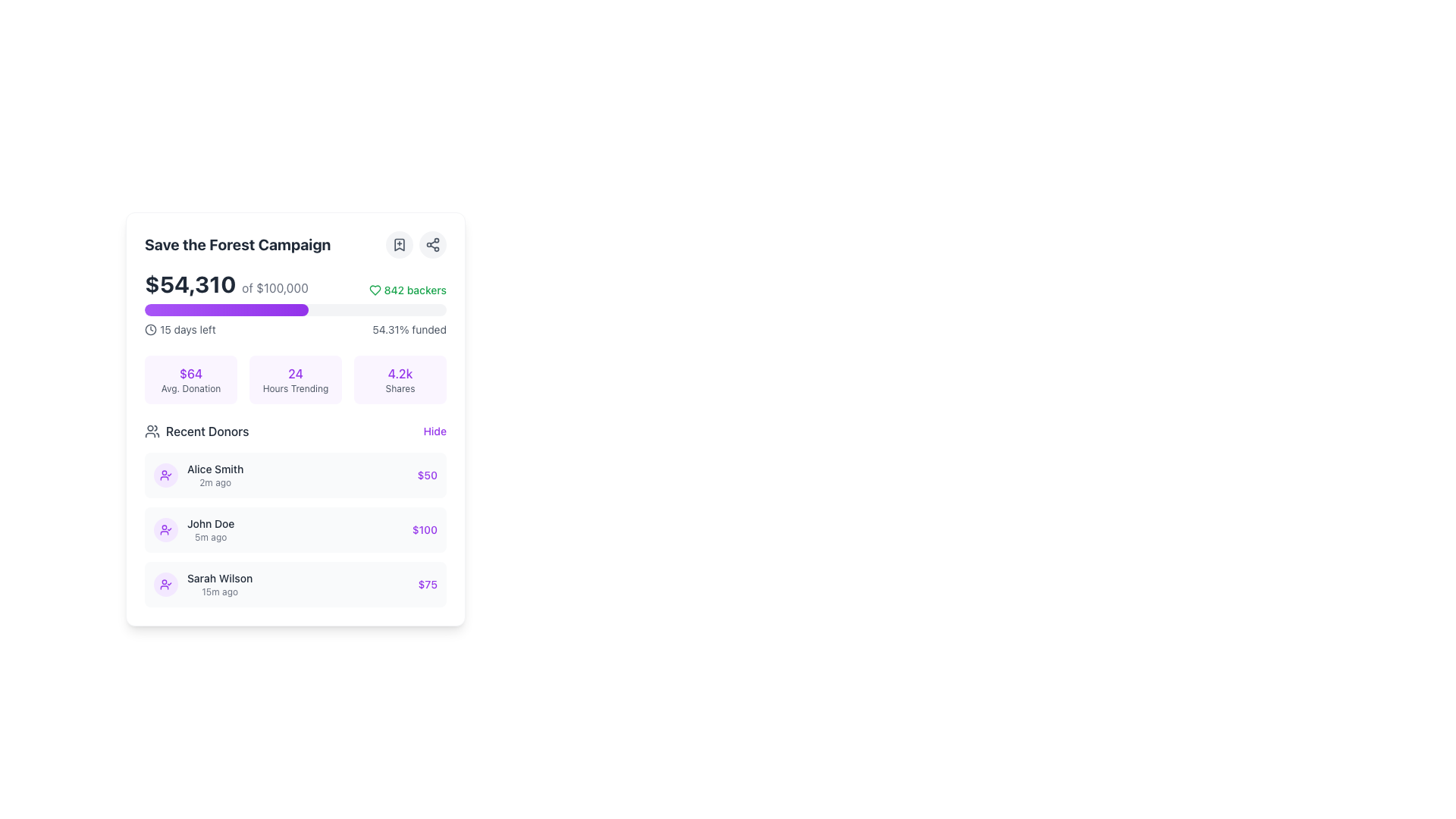 The image size is (1456, 819). Describe the element at coordinates (219, 591) in the screenshot. I see `timestamp text label indicating when Sarah Wilson's activity occurred, located below her name in the list of recent donors` at that location.